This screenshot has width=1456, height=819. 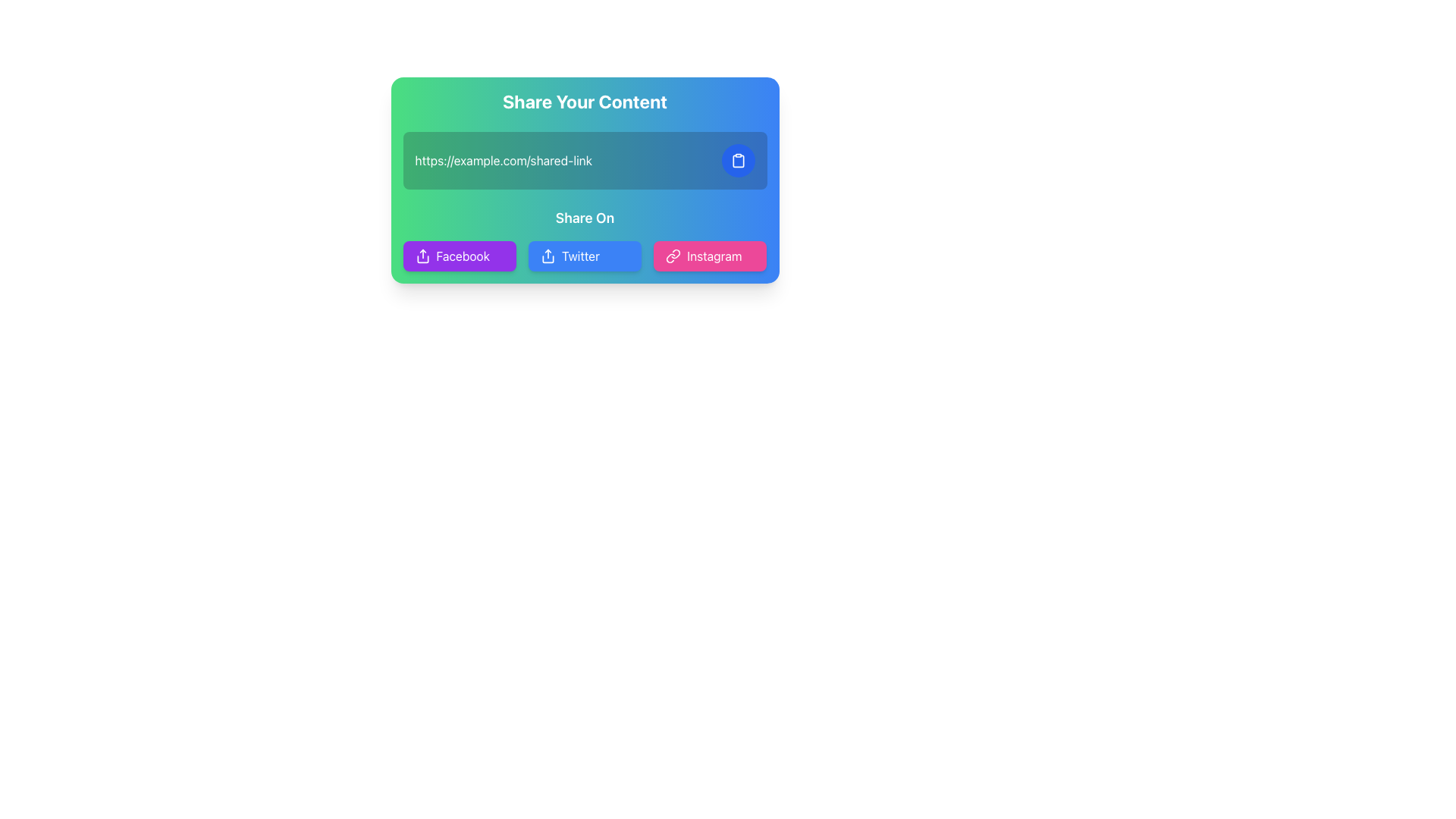 I want to click on the leftmost Text Input Field, so click(x=563, y=161).